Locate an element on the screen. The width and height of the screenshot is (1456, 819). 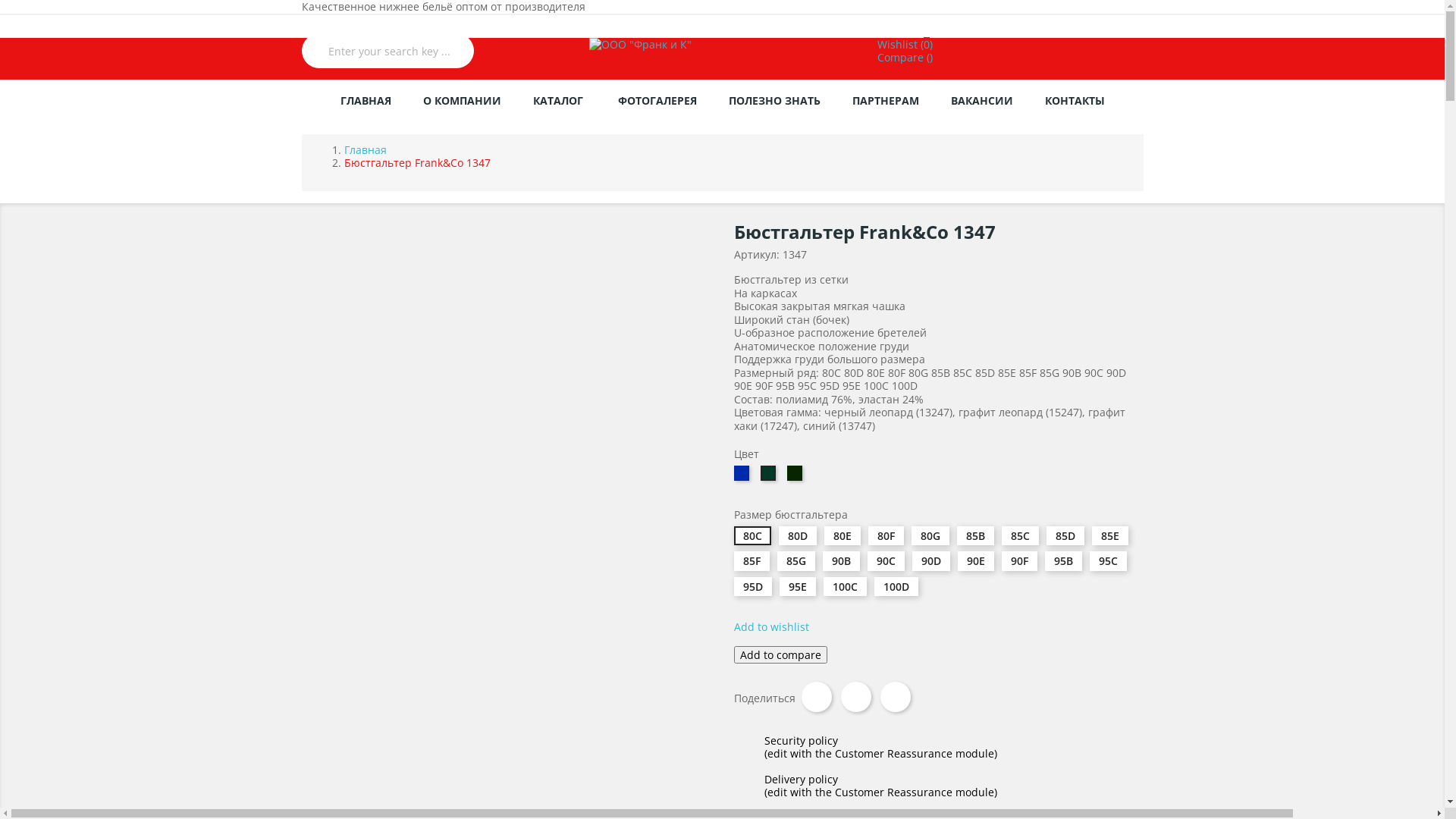
'Pinterest' is located at coordinates (880, 696).